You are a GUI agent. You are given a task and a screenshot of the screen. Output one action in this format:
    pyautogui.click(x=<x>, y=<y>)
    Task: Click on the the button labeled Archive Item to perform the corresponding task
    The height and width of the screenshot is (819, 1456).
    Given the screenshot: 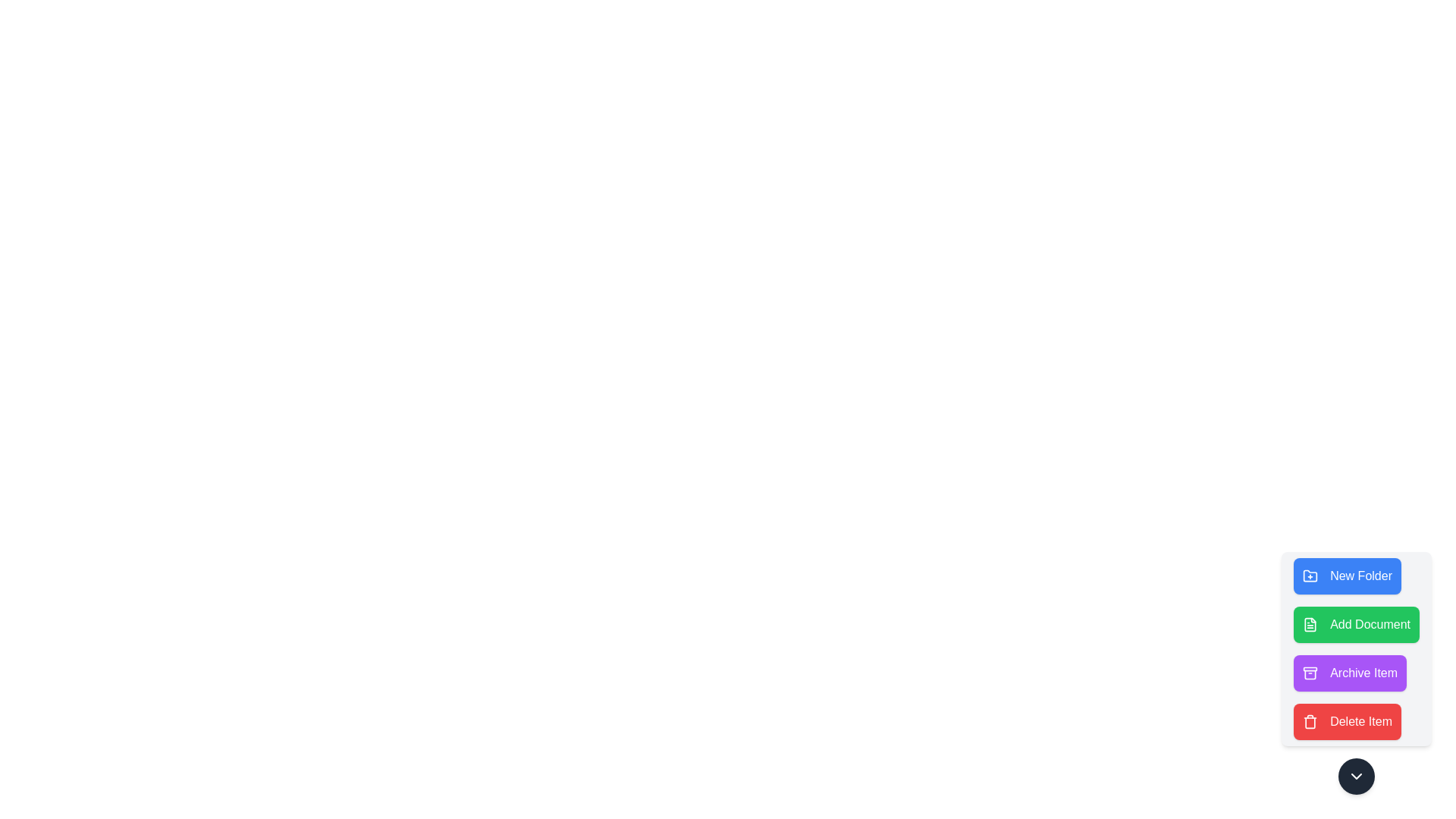 What is the action you would take?
    pyautogui.click(x=1350, y=672)
    